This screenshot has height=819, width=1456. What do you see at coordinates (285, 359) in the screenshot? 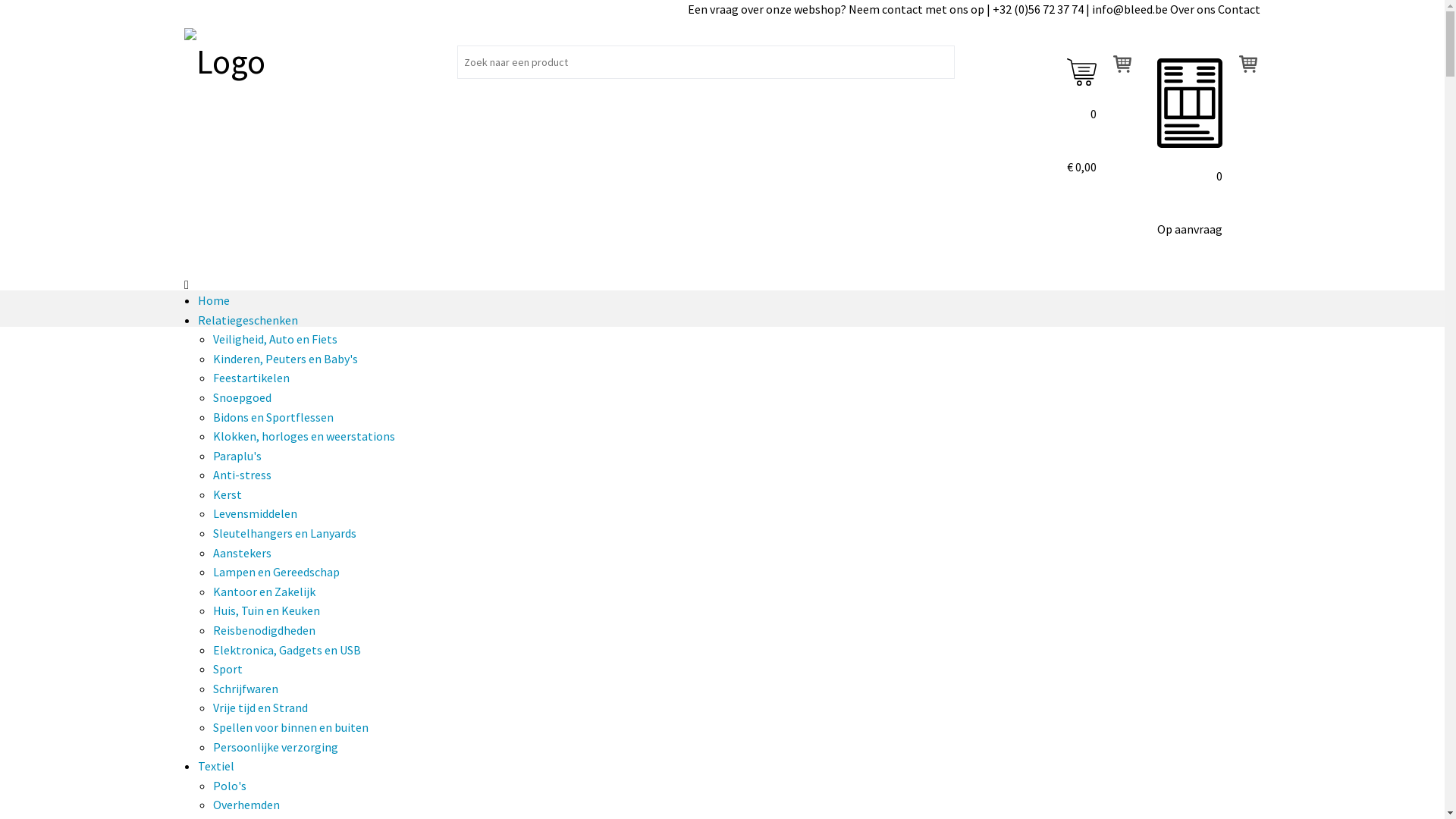
I see `'Kinderen, Peuters en Baby's'` at bounding box center [285, 359].